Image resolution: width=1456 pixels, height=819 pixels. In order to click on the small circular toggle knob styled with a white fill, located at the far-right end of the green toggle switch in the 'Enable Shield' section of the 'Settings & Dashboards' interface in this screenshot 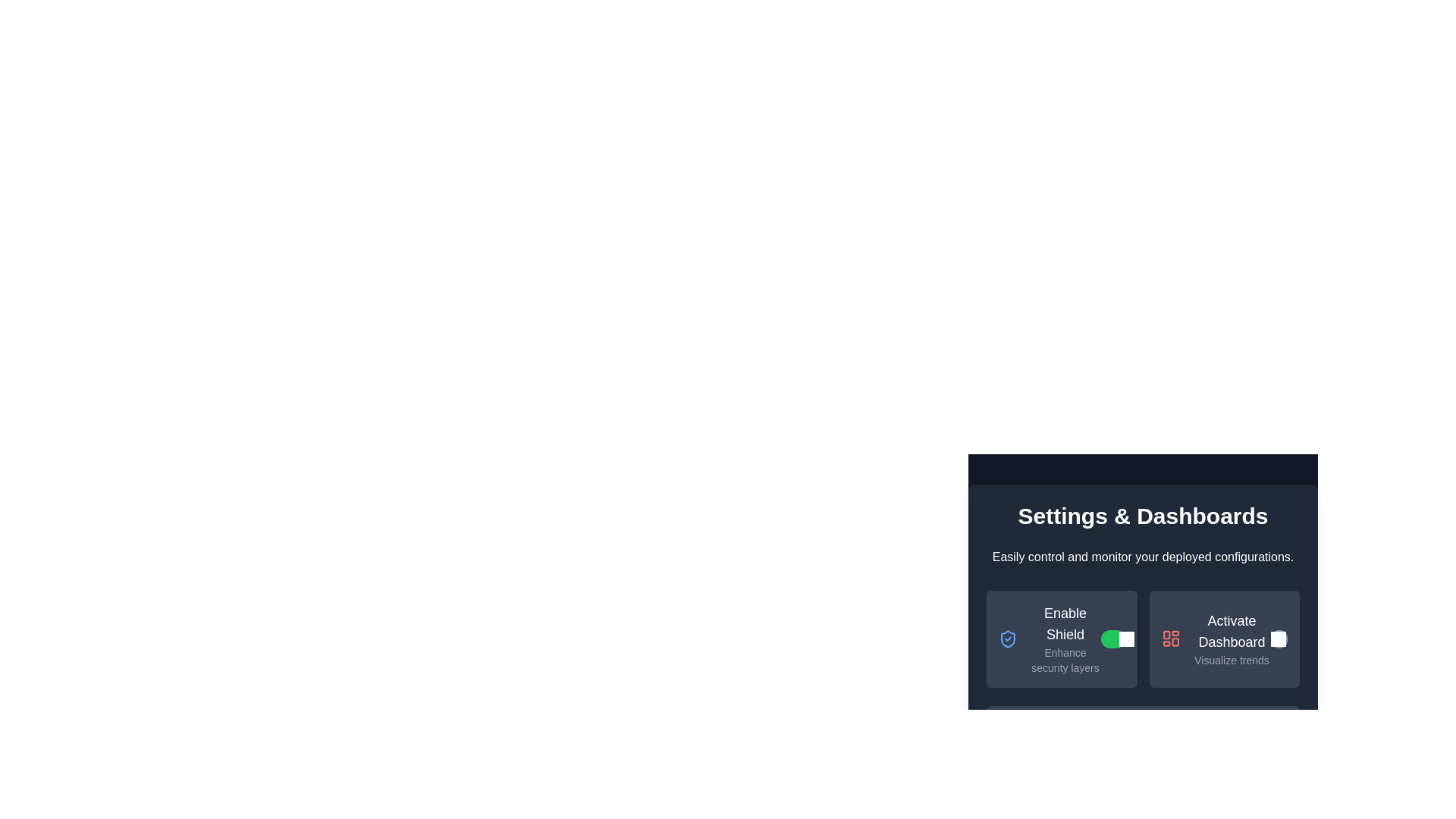, I will do `click(1126, 639)`.